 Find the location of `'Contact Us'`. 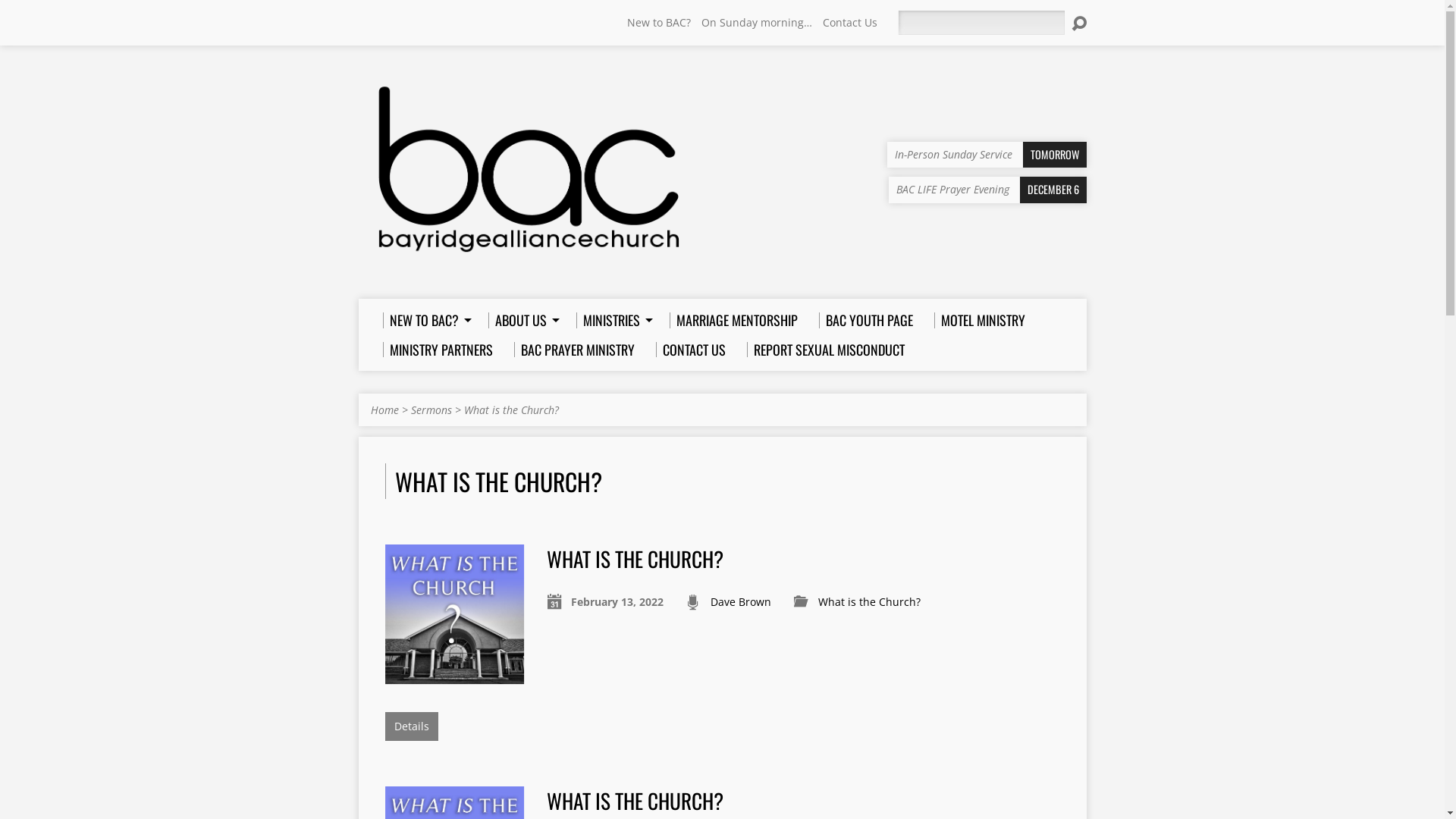

'Contact Us' is located at coordinates (821, 22).